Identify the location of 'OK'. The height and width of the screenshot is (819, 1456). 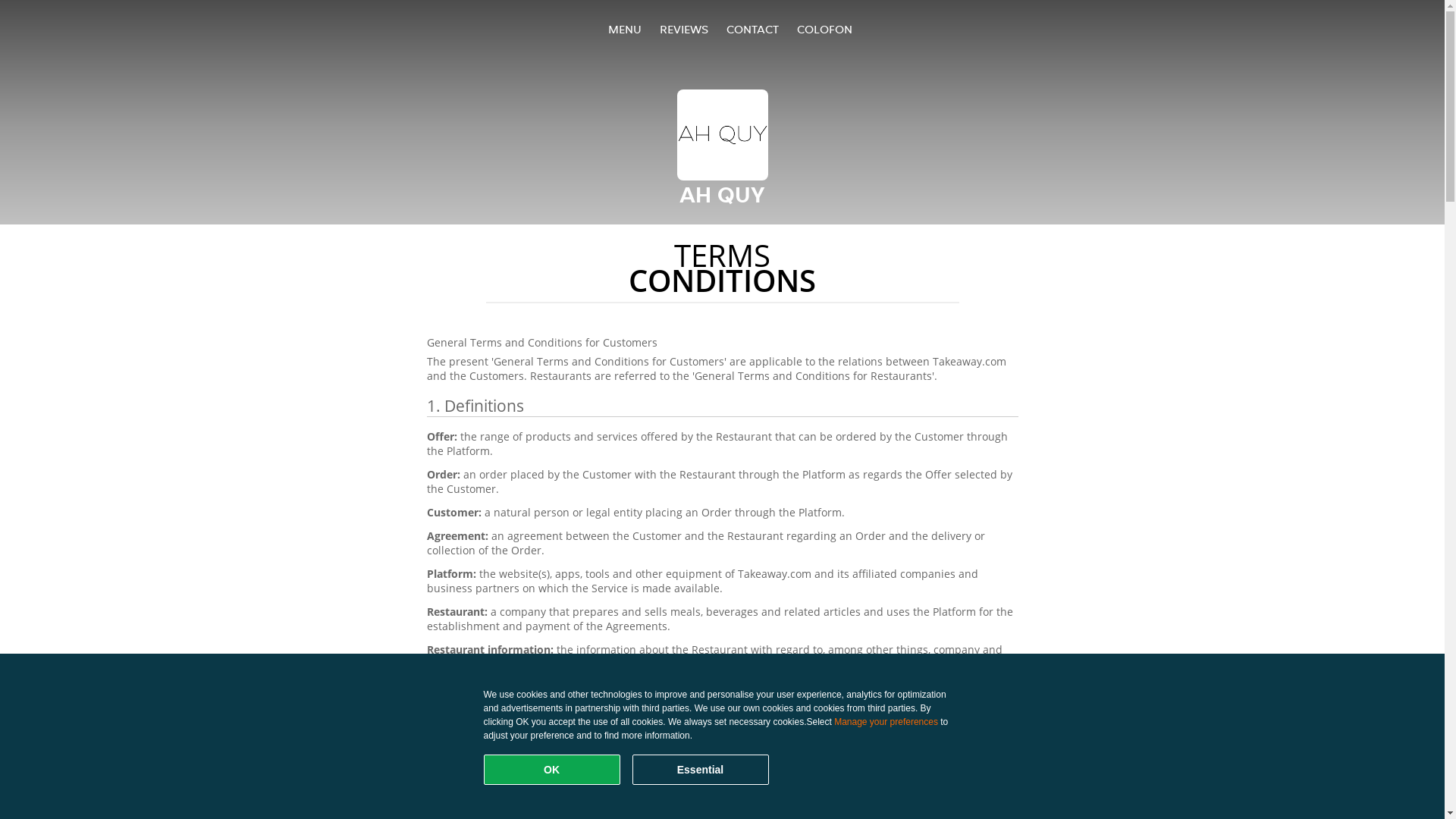
(551, 769).